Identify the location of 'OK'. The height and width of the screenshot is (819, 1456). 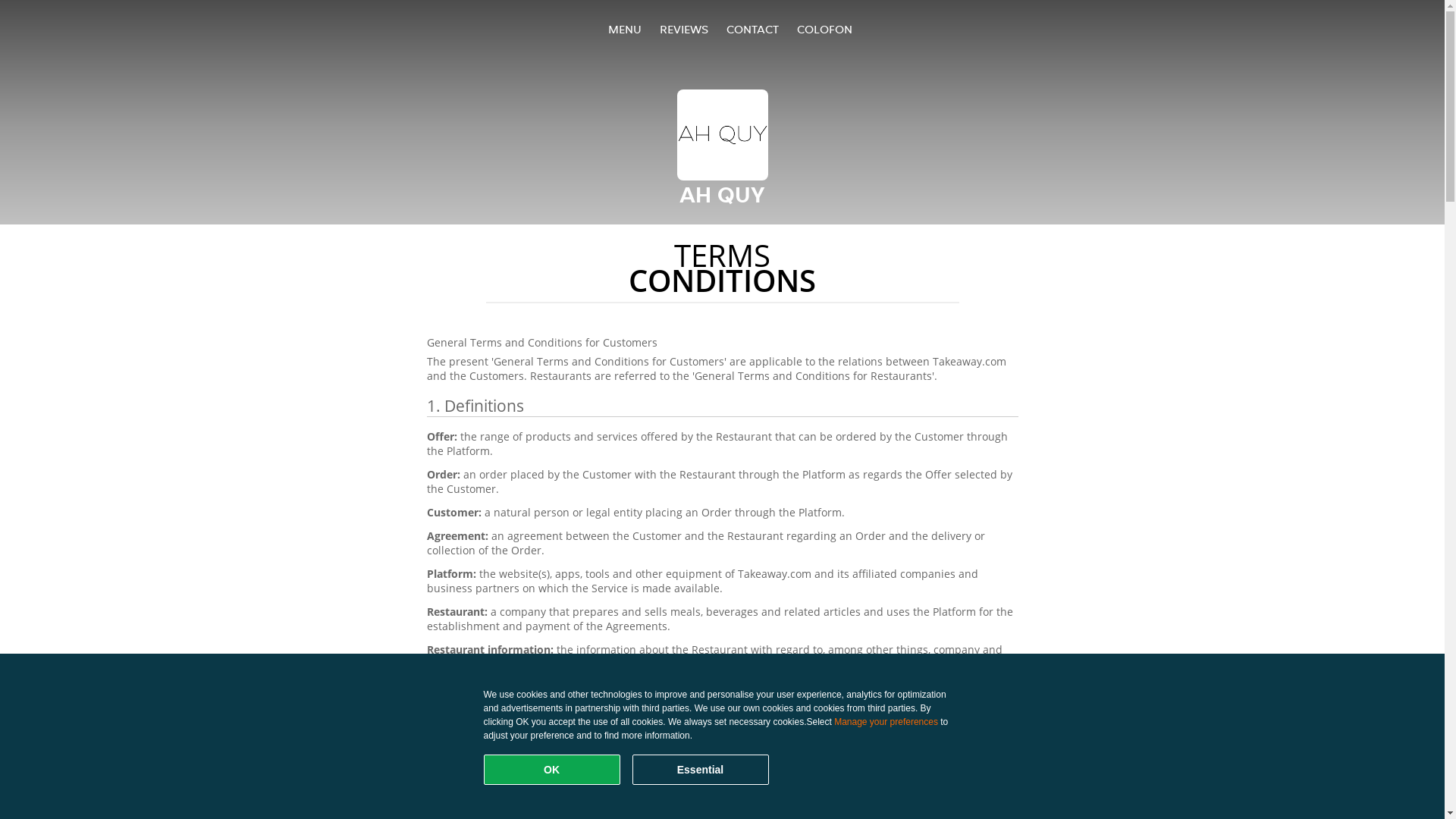
(551, 769).